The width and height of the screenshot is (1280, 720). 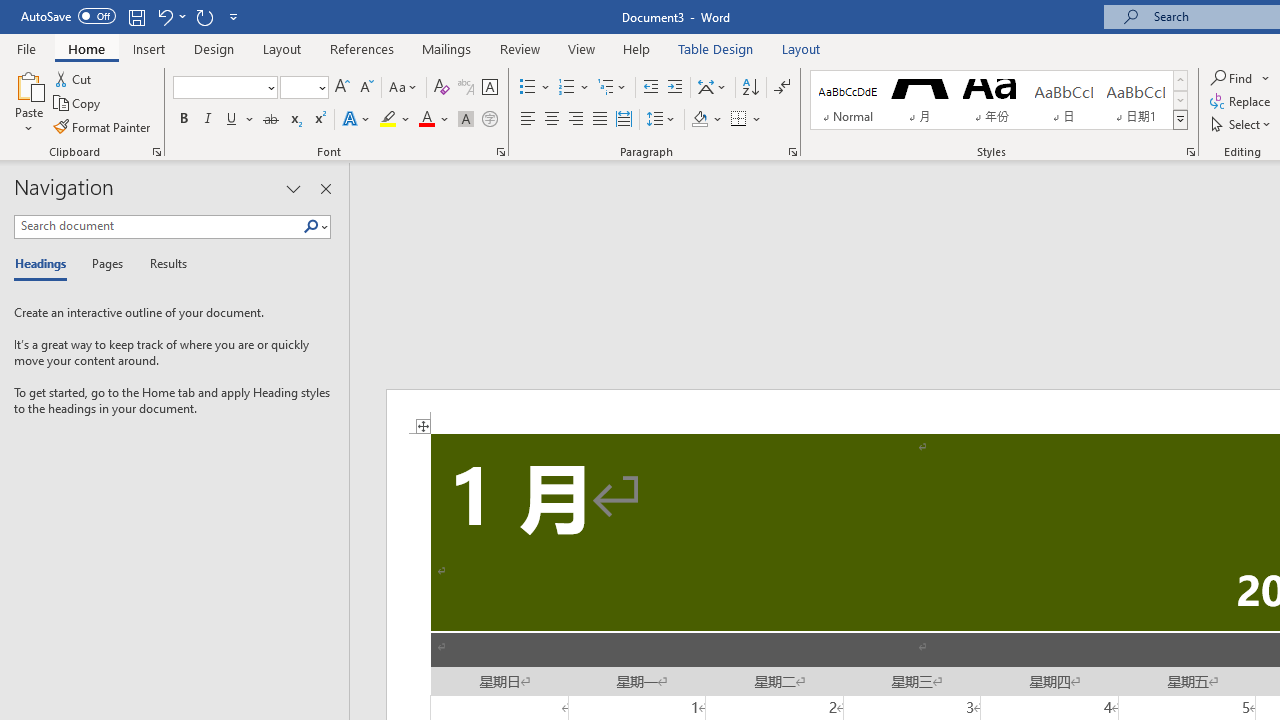 I want to click on 'Text Highlight Color', so click(x=395, y=119).